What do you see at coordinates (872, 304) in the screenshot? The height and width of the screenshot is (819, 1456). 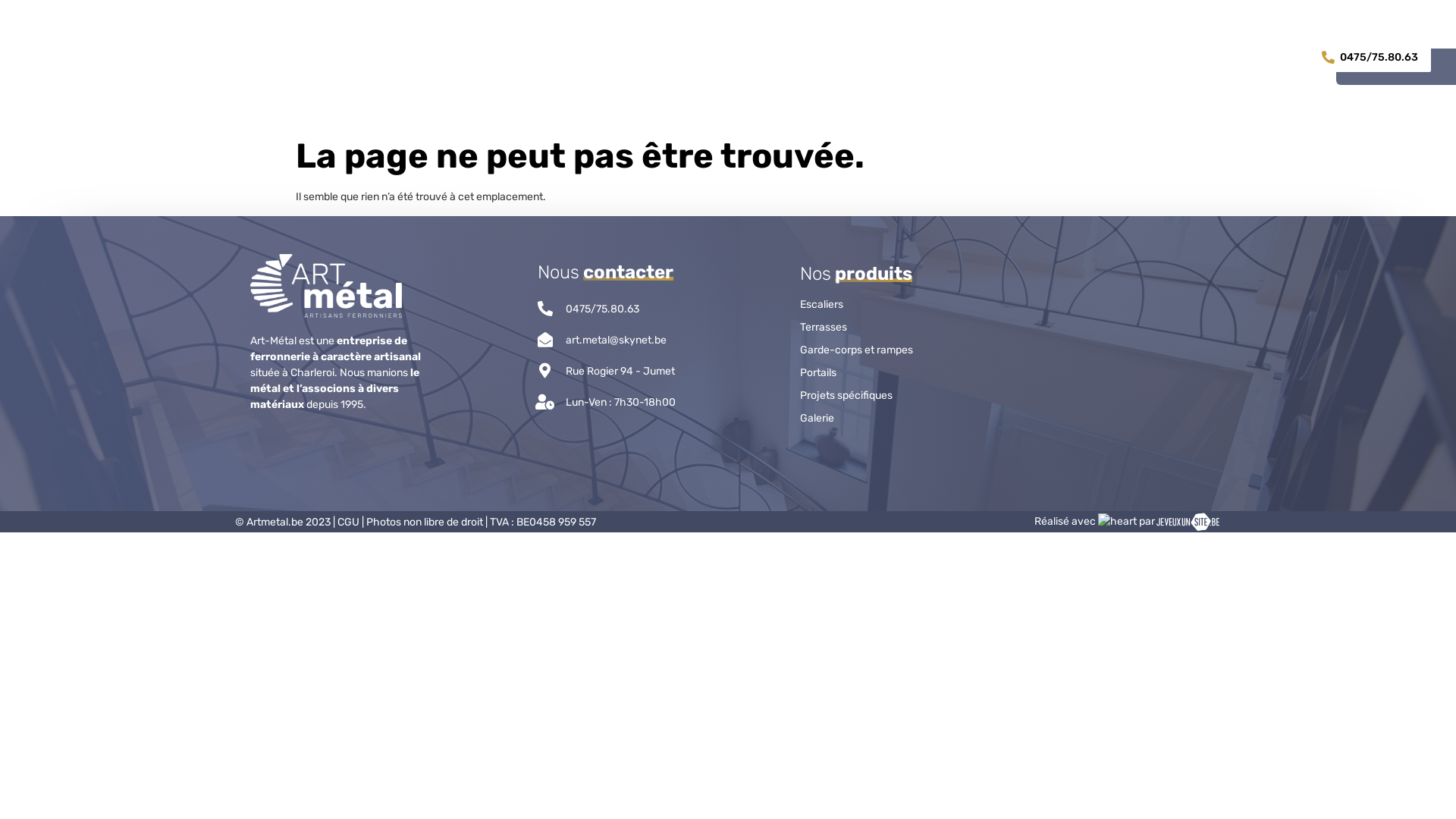 I see `'Escaliers'` at bounding box center [872, 304].